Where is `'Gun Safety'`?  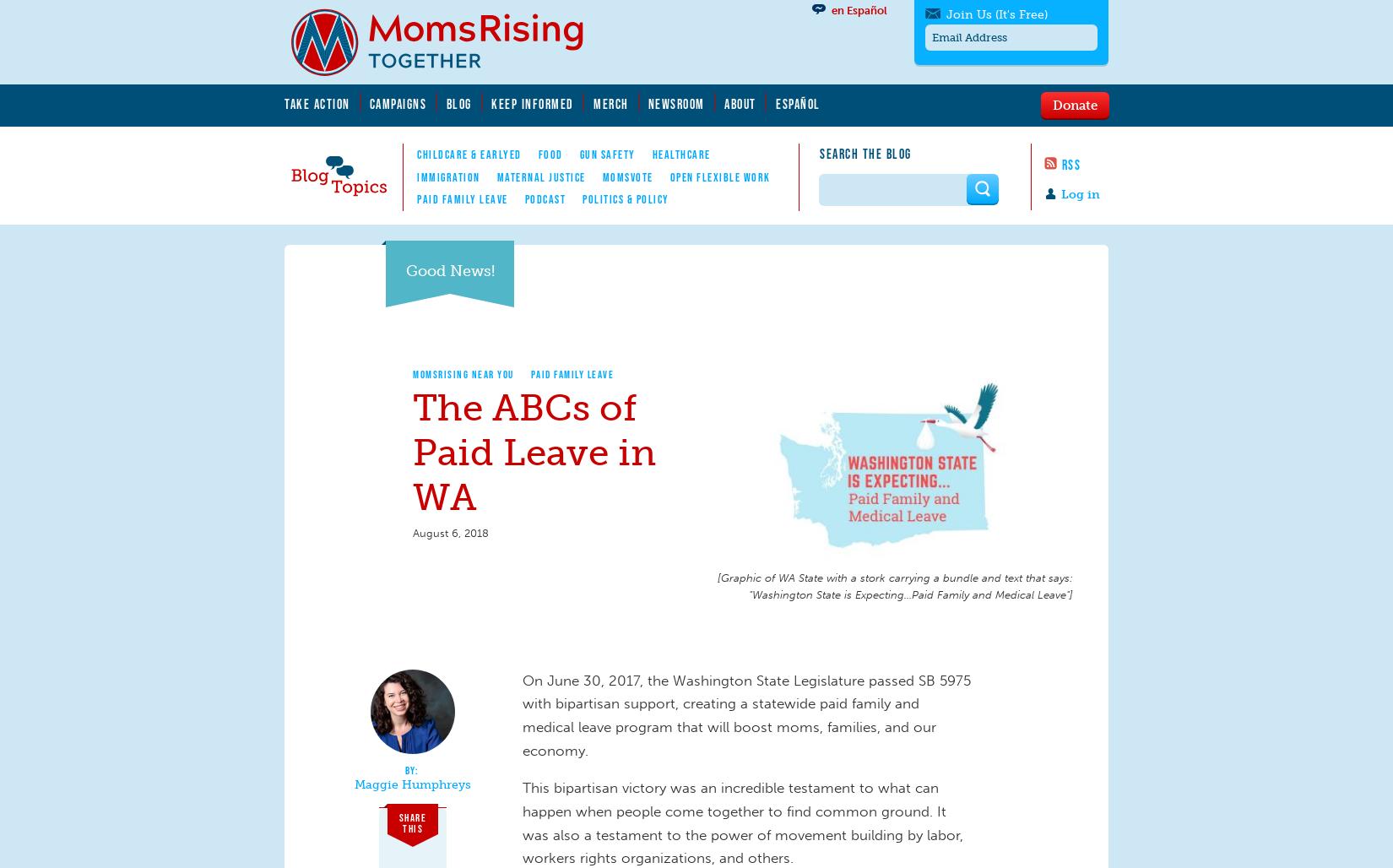
'Gun Safety' is located at coordinates (606, 154).